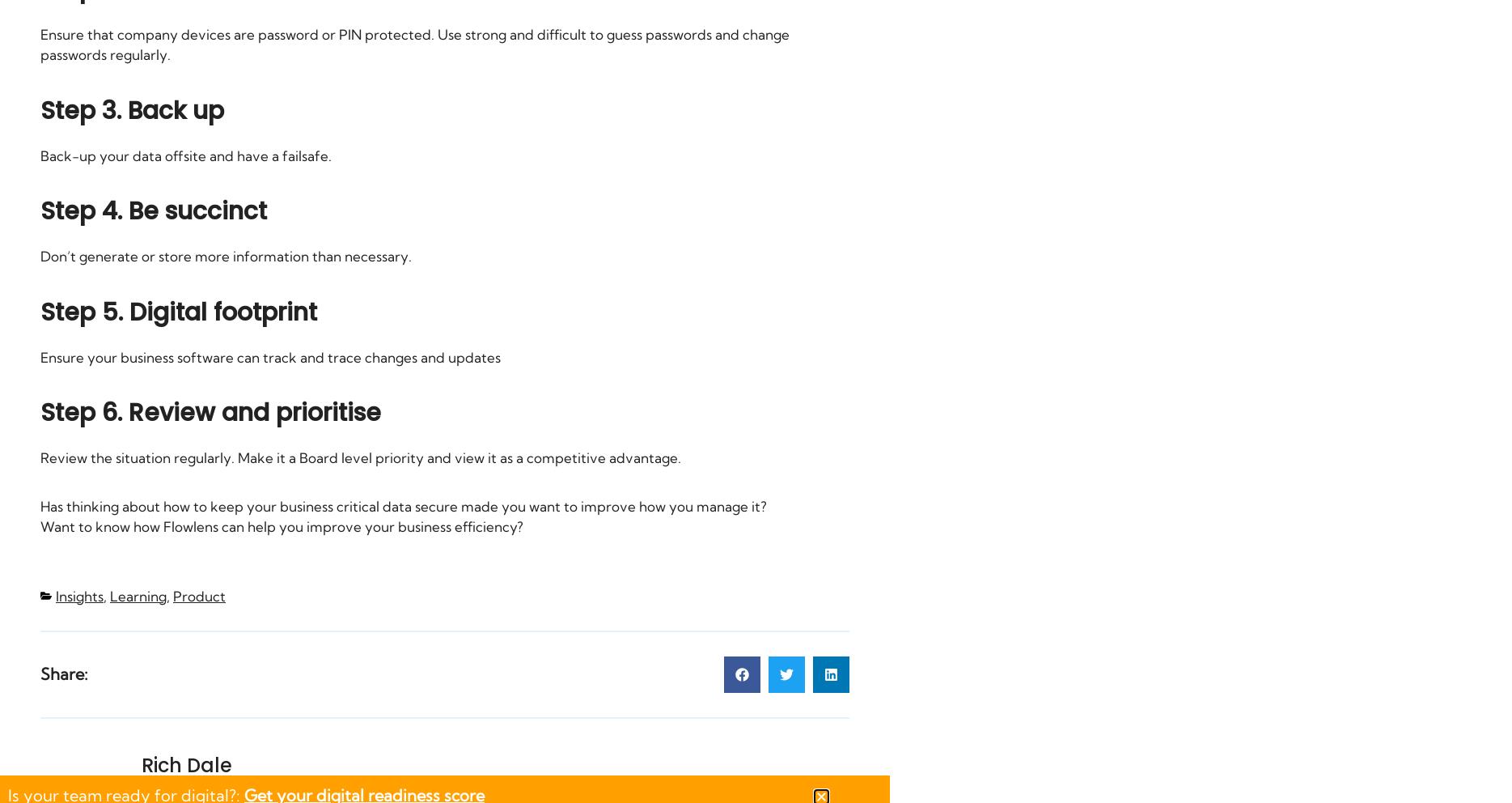 This screenshot has width=1512, height=803. What do you see at coordinates (359, 457) in the screenshot?
I see `'Review the situation regularly. Make it a Board level priority and view it as a competitive advantage.'` at bounding box center [359, 457].